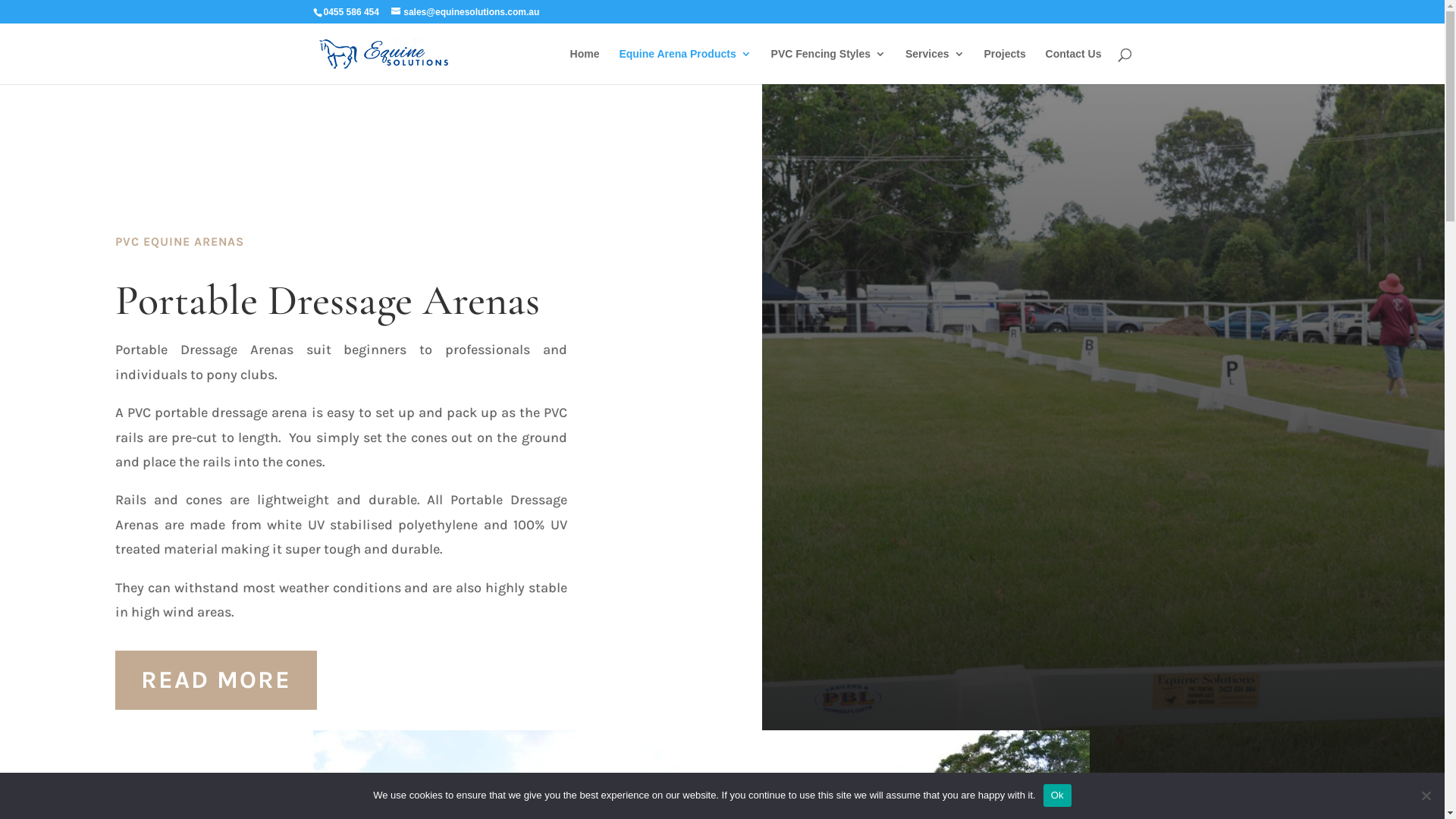 Image resolution: width=1456 pixels, height=819 pixels. What do you see at coordinates (1004, 65) in the screenshot?
I see `'Projects'` at bounding box center [1004, 65].